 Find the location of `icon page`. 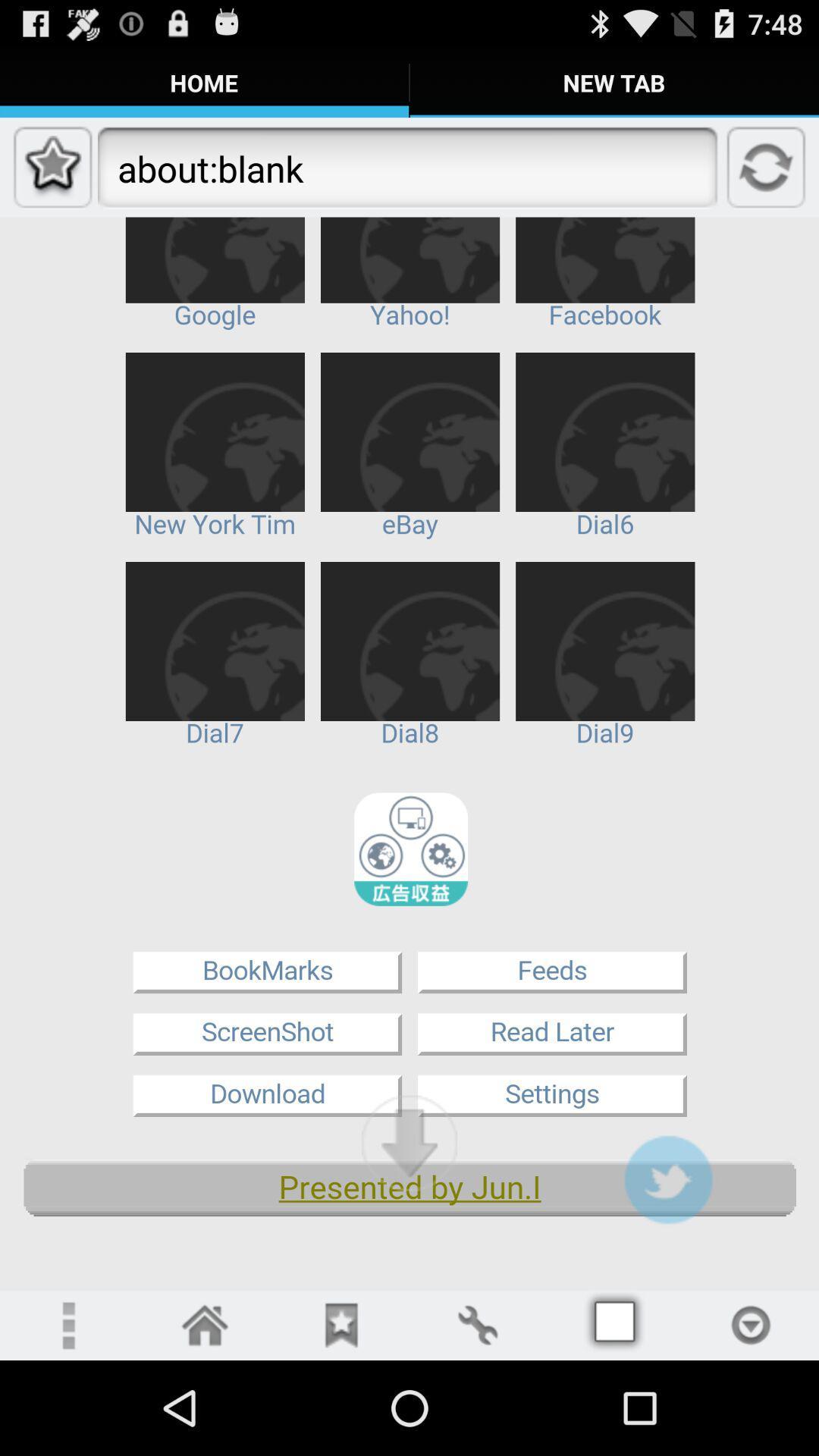

icon page is located at coordinates (751, 1324).